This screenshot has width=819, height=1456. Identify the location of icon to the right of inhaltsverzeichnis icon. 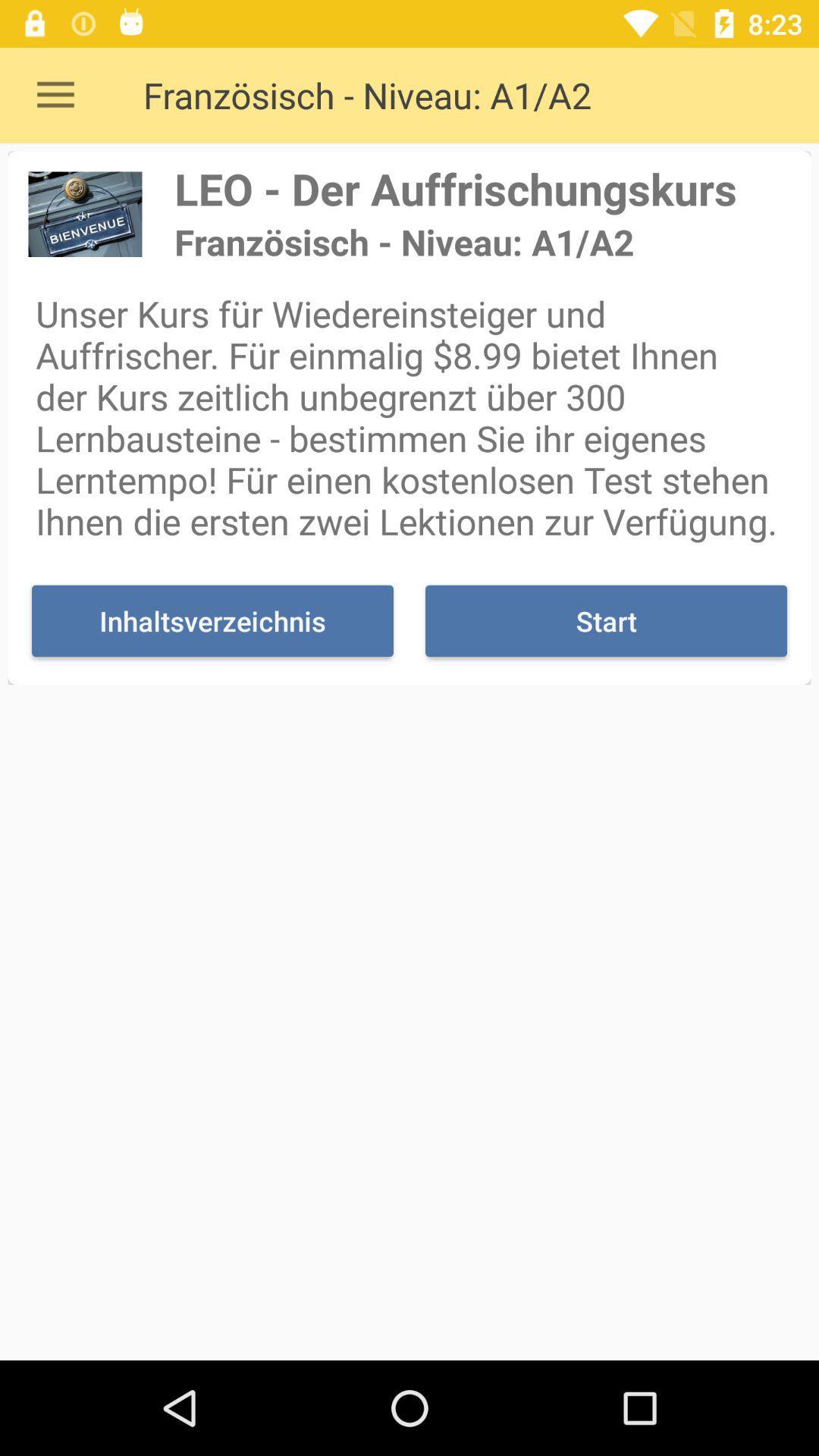
(605, 621).